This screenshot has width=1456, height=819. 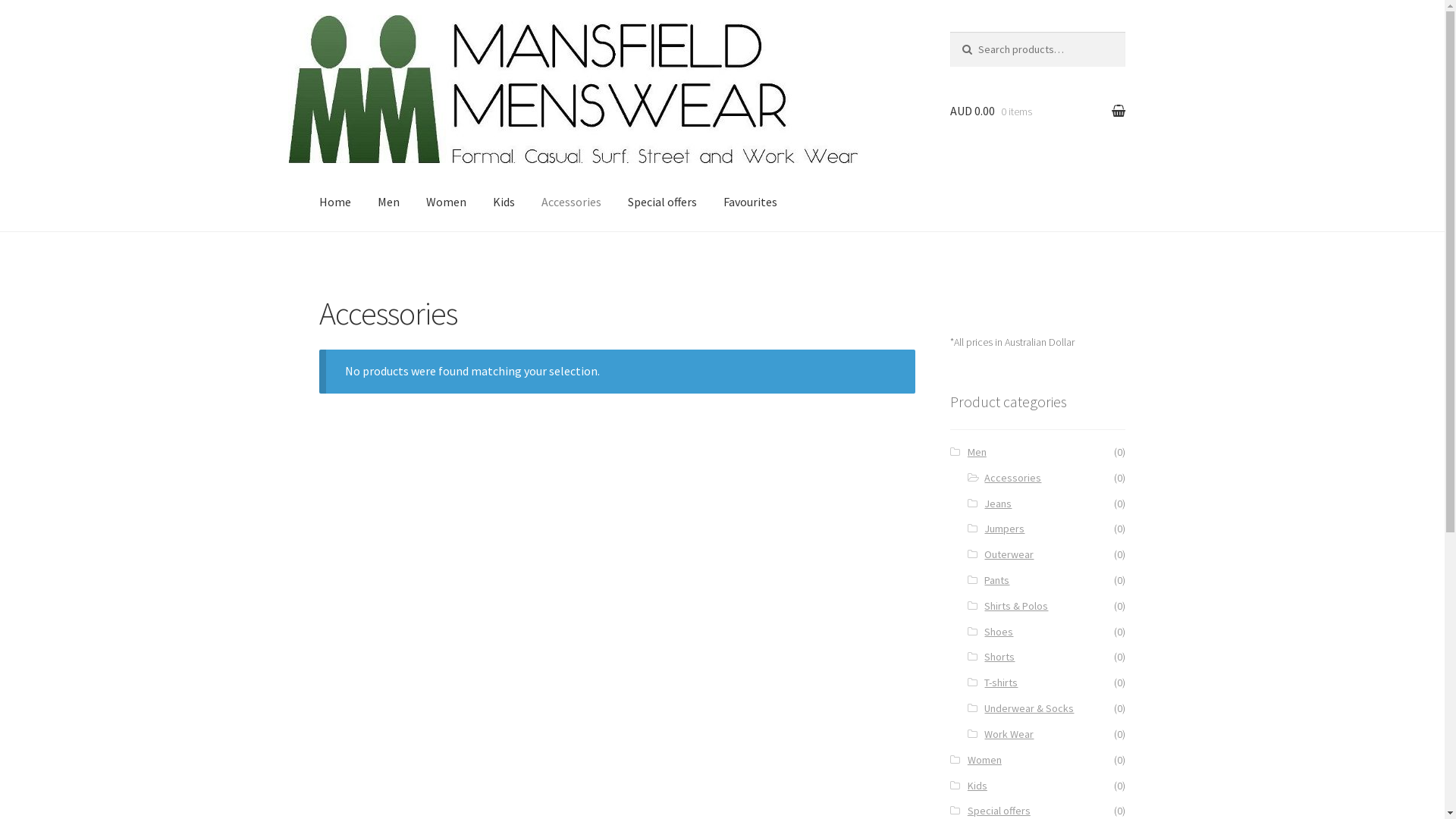 What do you see at coordinates (366, 40) in the screenshot?
I see `'Skip to navigation'` at bounding box center [366, 40].